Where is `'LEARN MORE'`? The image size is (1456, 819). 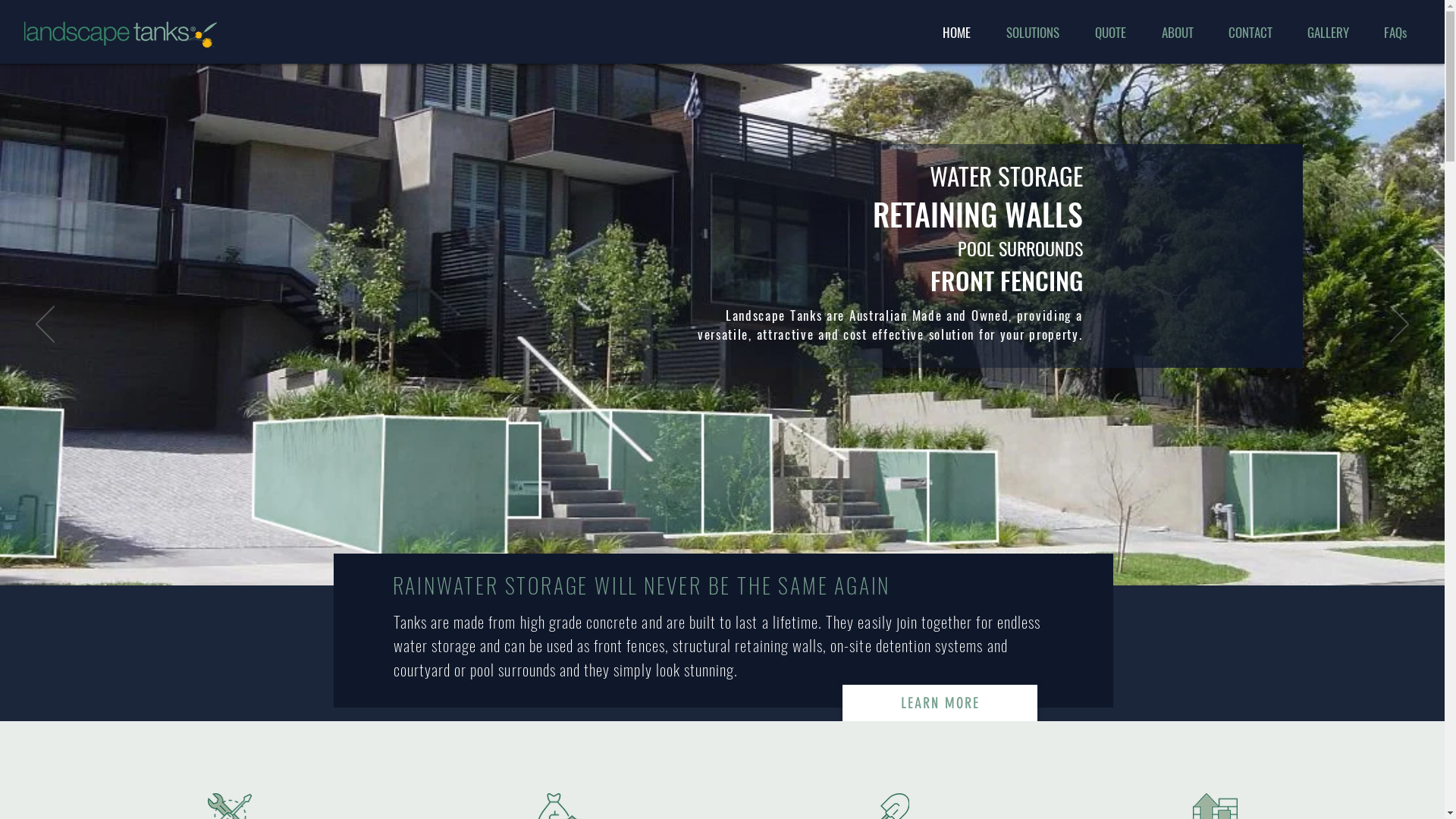 'LEARN MORE' is located at coordinates (840, 702).